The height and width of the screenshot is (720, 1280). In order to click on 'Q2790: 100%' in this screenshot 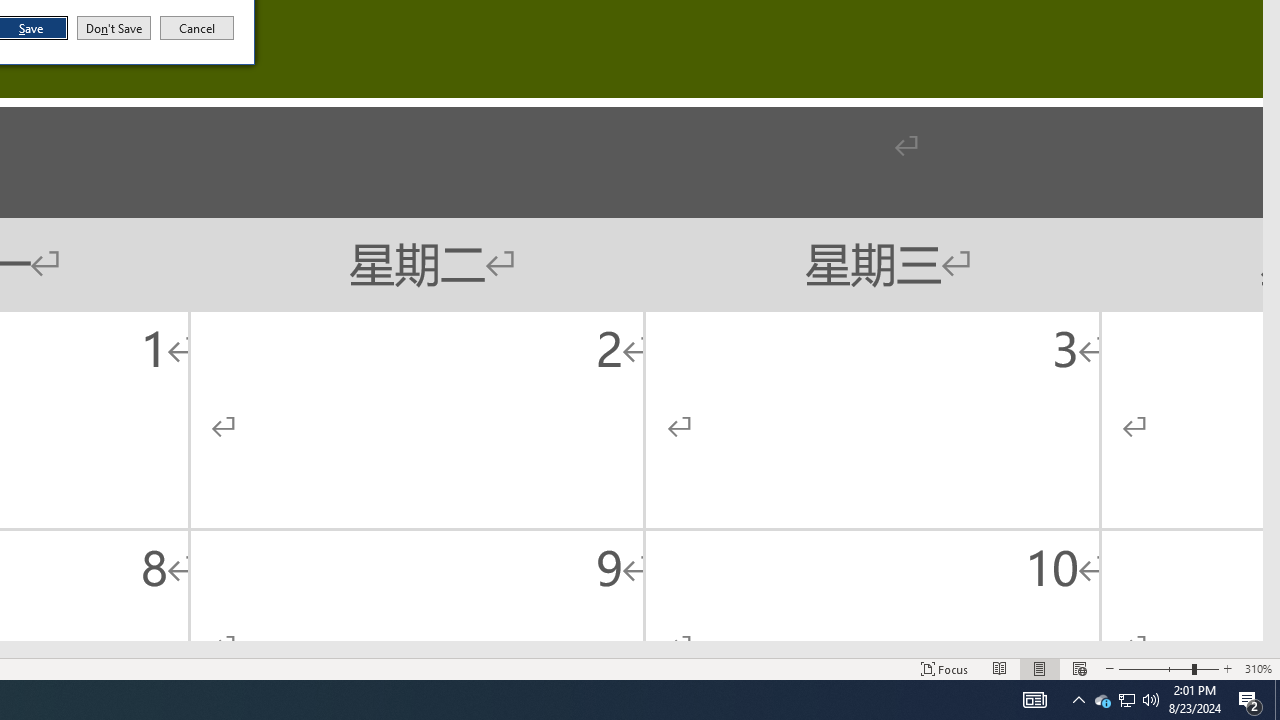, I will do `click(1101, 698)`.